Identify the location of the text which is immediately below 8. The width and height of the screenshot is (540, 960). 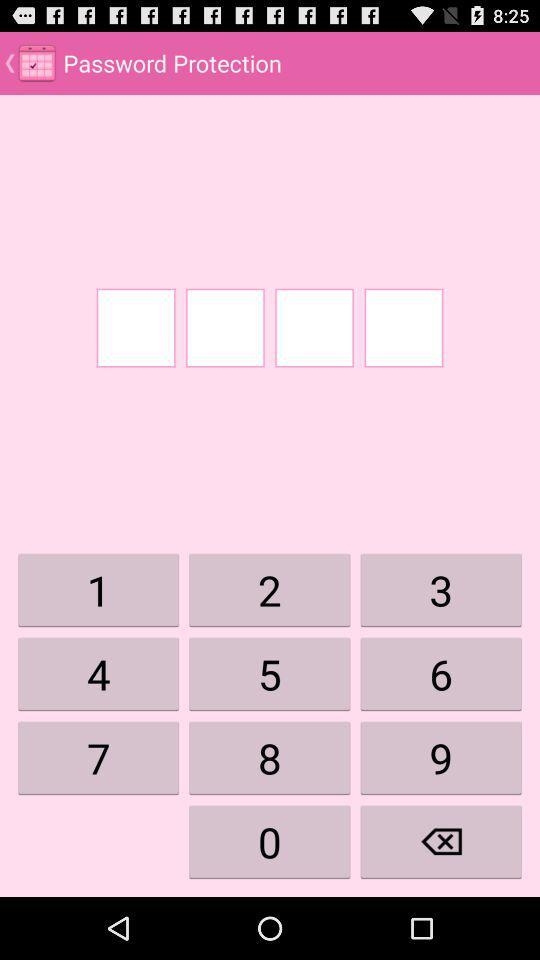
(270, 841).